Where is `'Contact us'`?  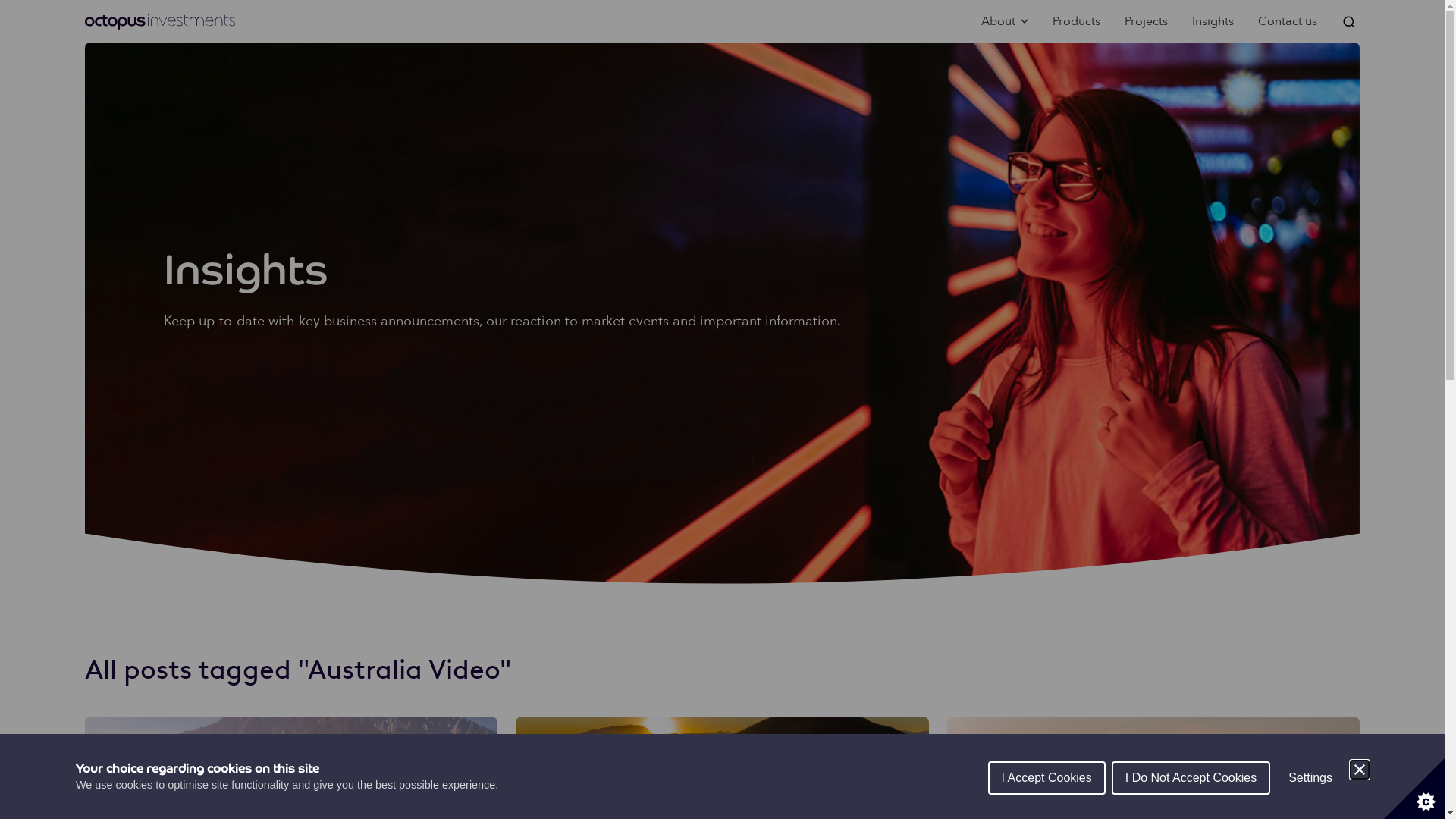
'Contact us' is located at coordinates (1287, 20).